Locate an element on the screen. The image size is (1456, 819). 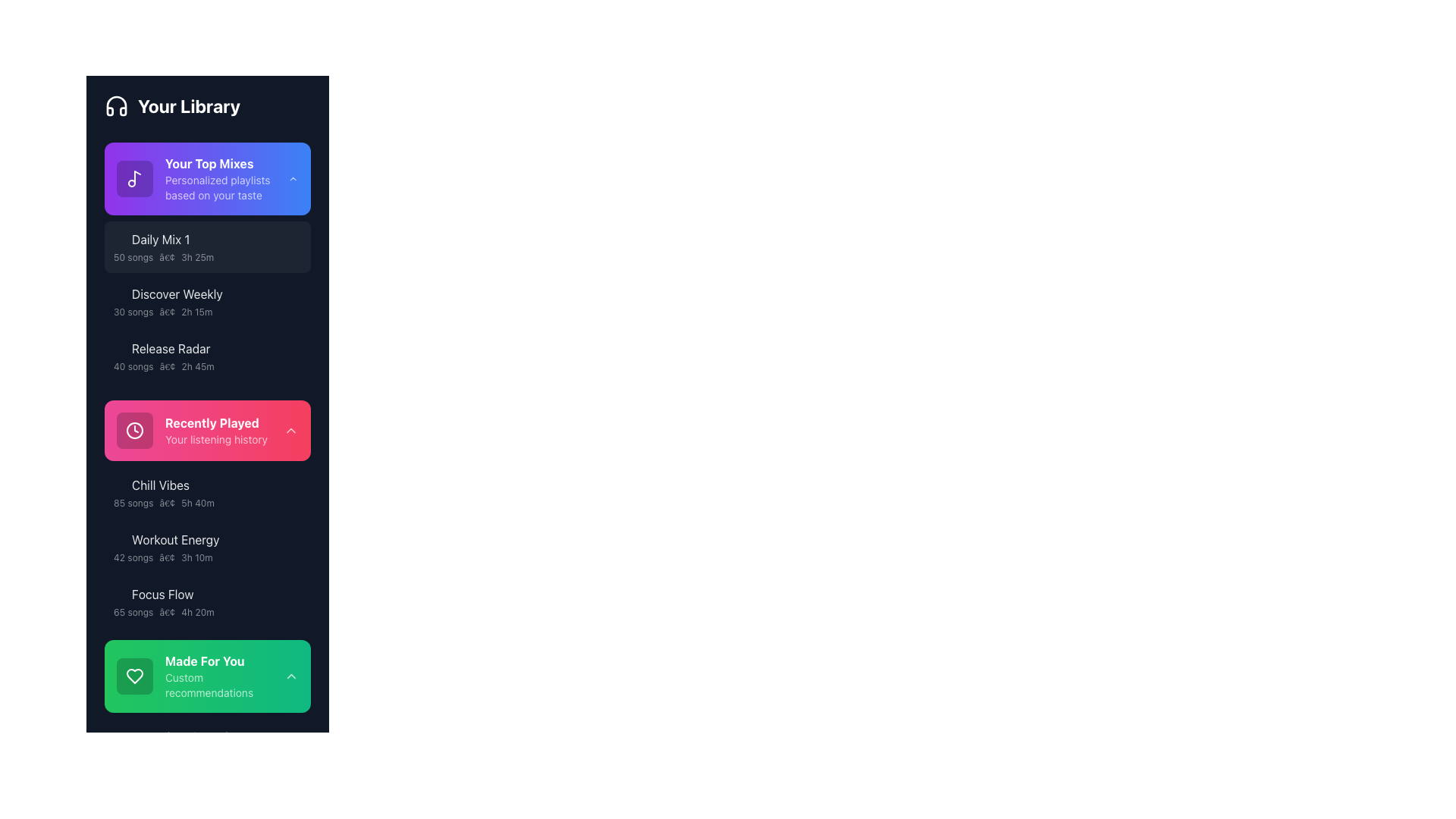
the stylized headphones icon located in the top-left corner of the interface, next to the 'Your Library' title is located at coordinates (115, 105).